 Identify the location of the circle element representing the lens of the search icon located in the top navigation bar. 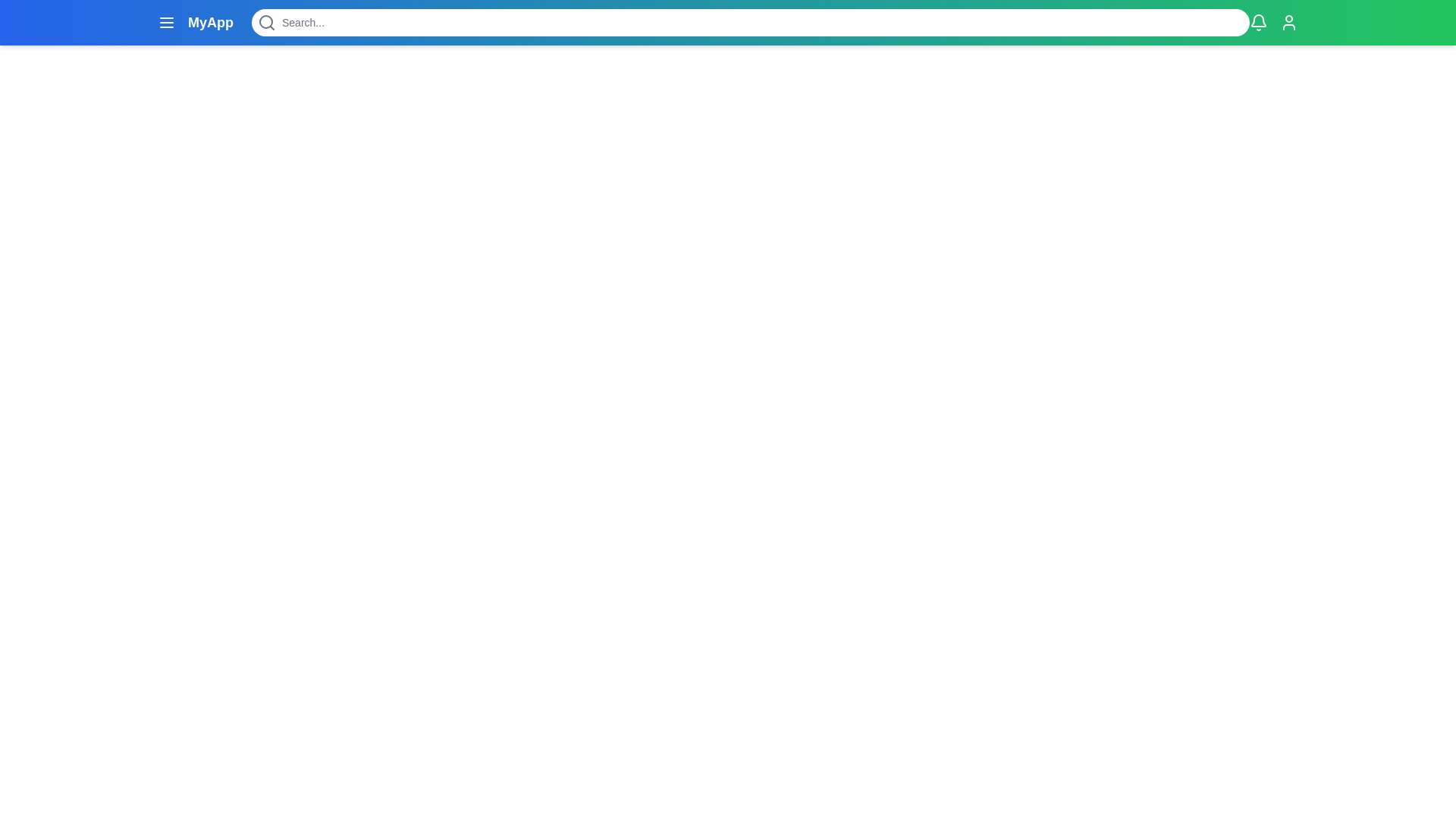
(265, 22).